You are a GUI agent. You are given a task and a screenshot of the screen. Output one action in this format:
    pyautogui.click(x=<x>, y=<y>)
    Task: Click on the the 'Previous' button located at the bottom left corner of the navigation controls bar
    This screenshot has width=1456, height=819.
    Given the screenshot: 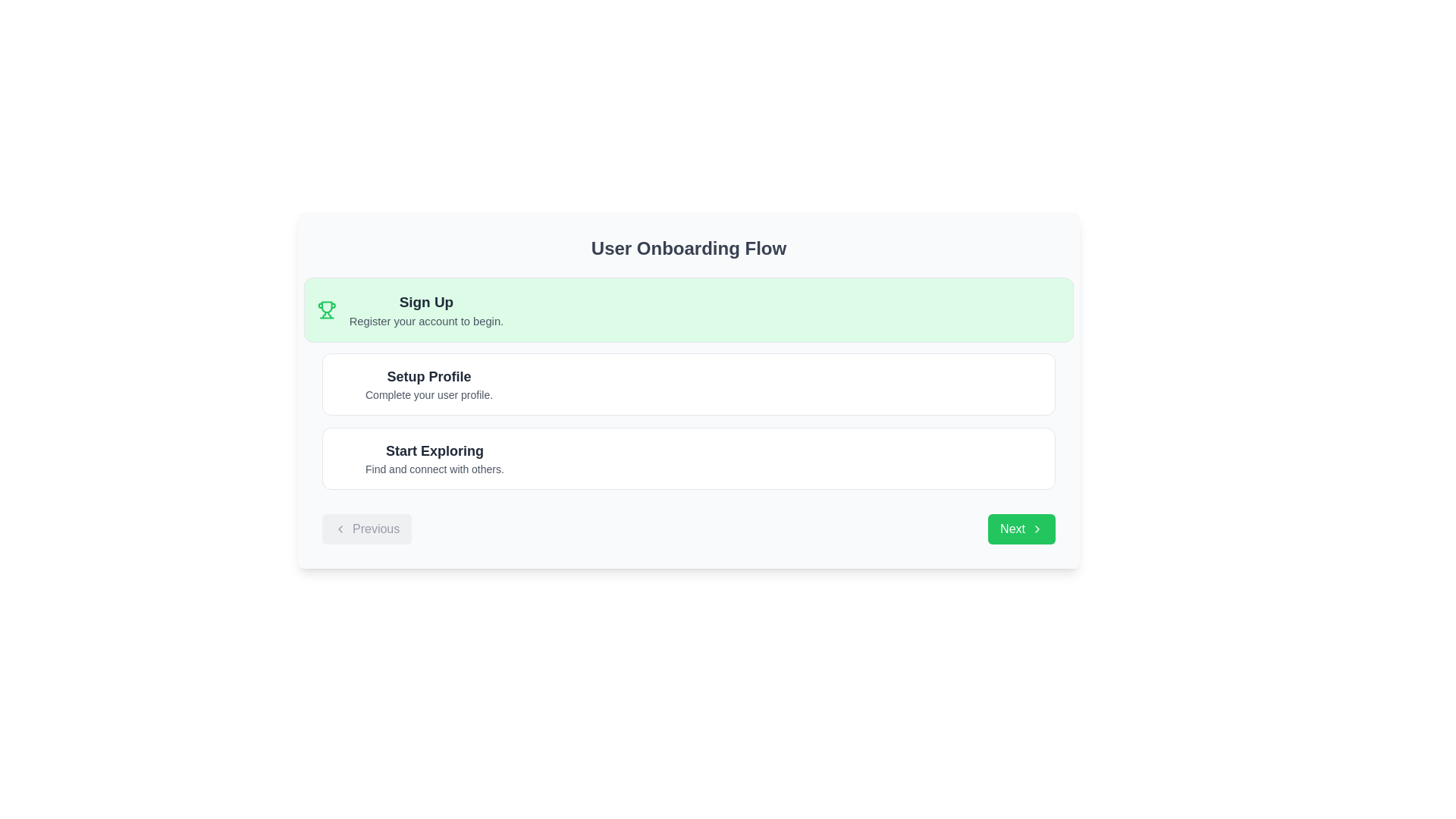 What is the action you would take?
    pyautogui.click(x=367, y=529)
    